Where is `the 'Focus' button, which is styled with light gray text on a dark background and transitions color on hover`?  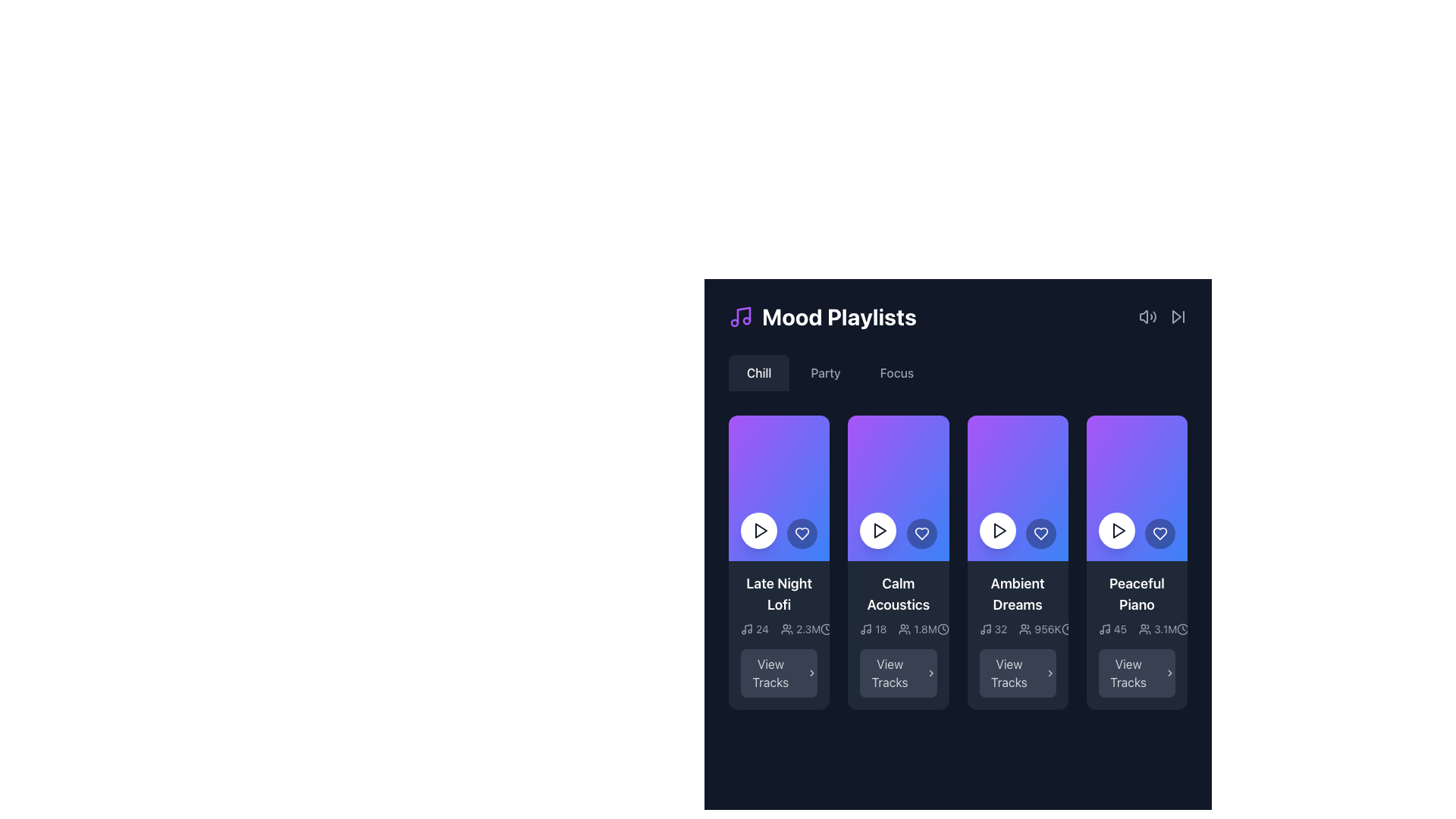
the 'Focus' button, which is styled with light gray text on a dark background and transitions color on hover is located at coordinates (896, 373).